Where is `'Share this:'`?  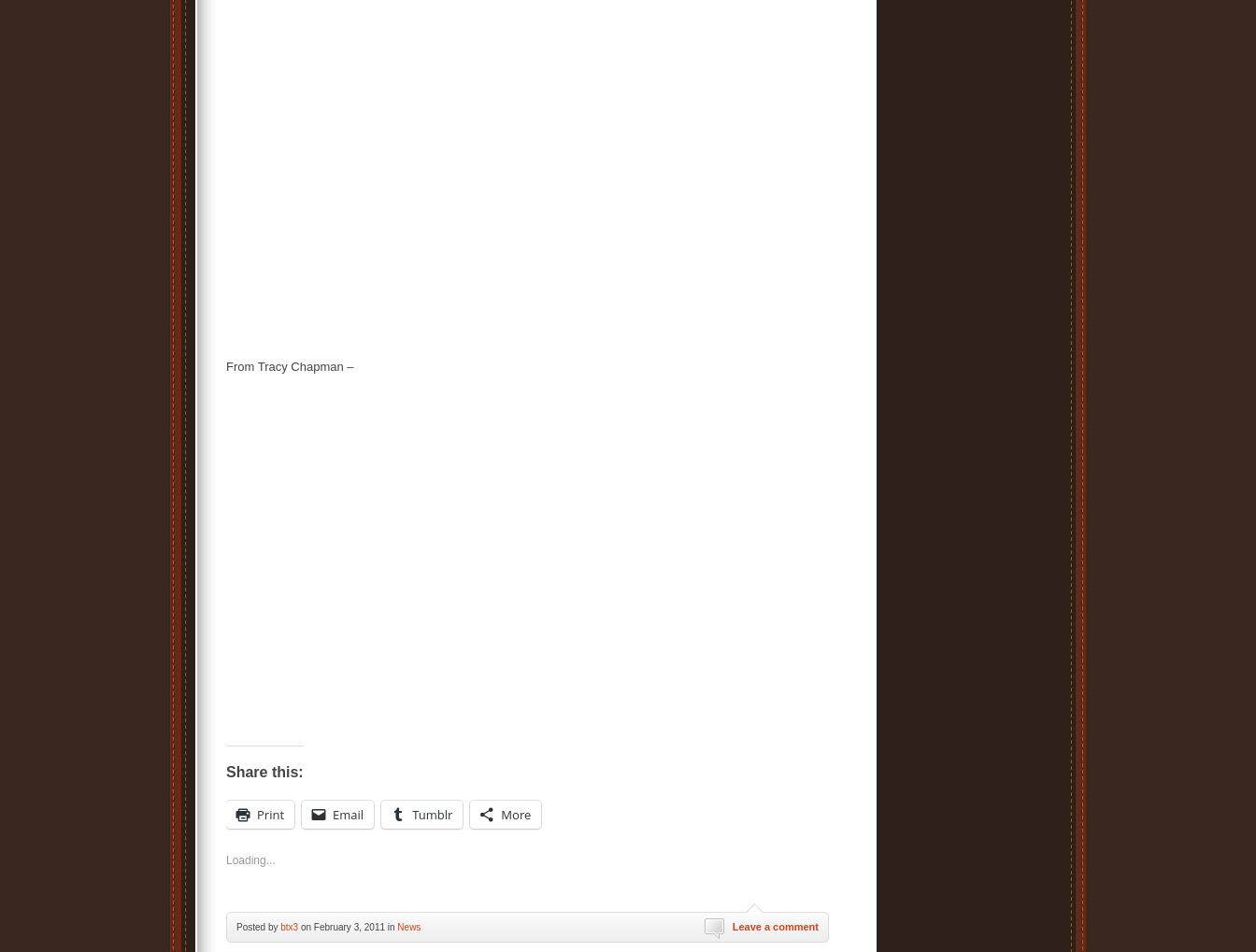
'Share this:' is located at coordinates (264, 772).